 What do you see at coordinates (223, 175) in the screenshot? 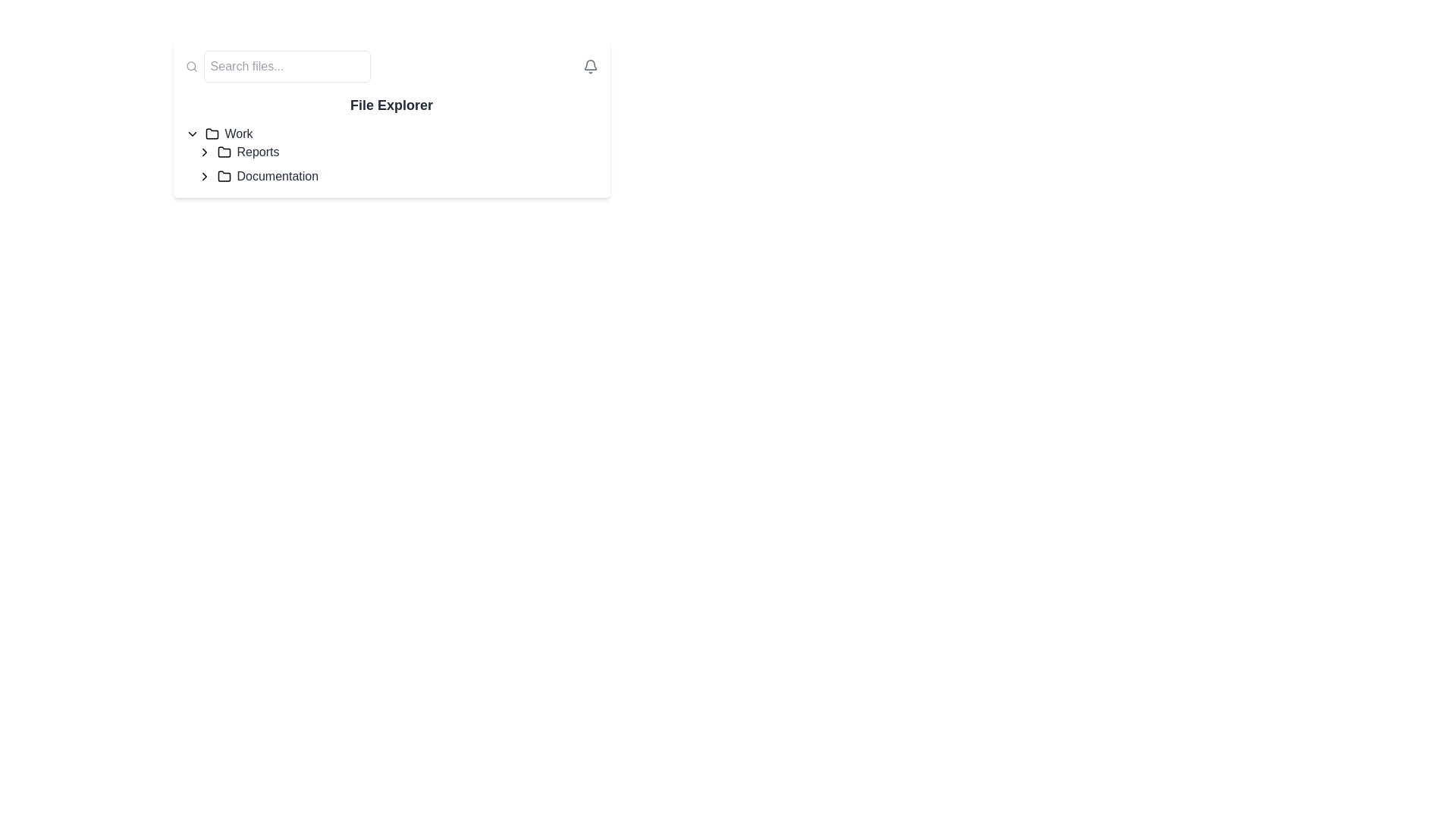
I see `the folder icon that represents a directory in the file navigation interface, located to the left of the text 'Documentation'` at bounding box center [223, 175].